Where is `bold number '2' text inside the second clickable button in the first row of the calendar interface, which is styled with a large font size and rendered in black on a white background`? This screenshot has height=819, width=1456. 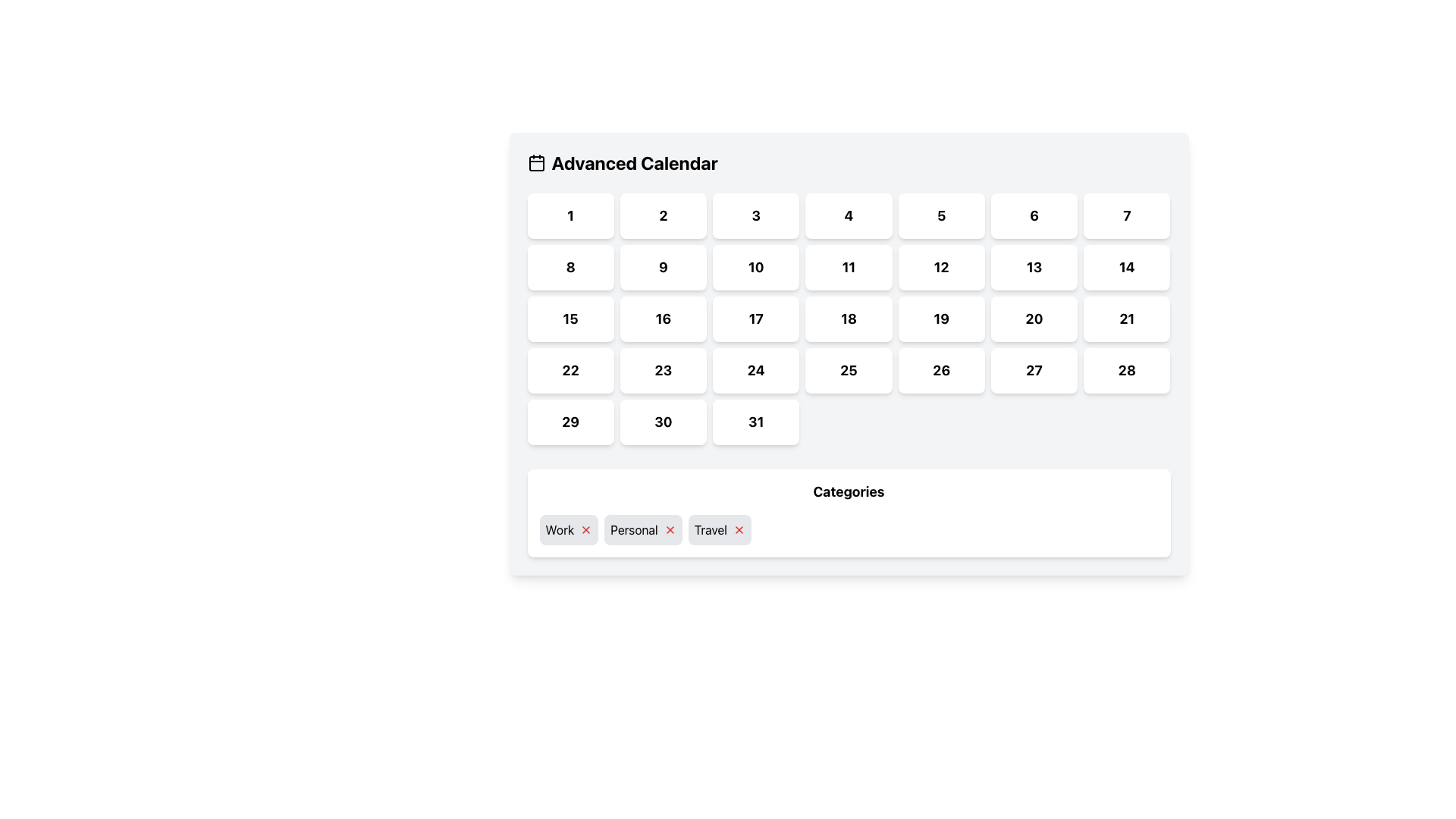
bold number '2' text inside the second clickable button in the first row of the calendar interface, which is styled with a large font size and rendered in black on a white background is located at coordinates (663, 215).